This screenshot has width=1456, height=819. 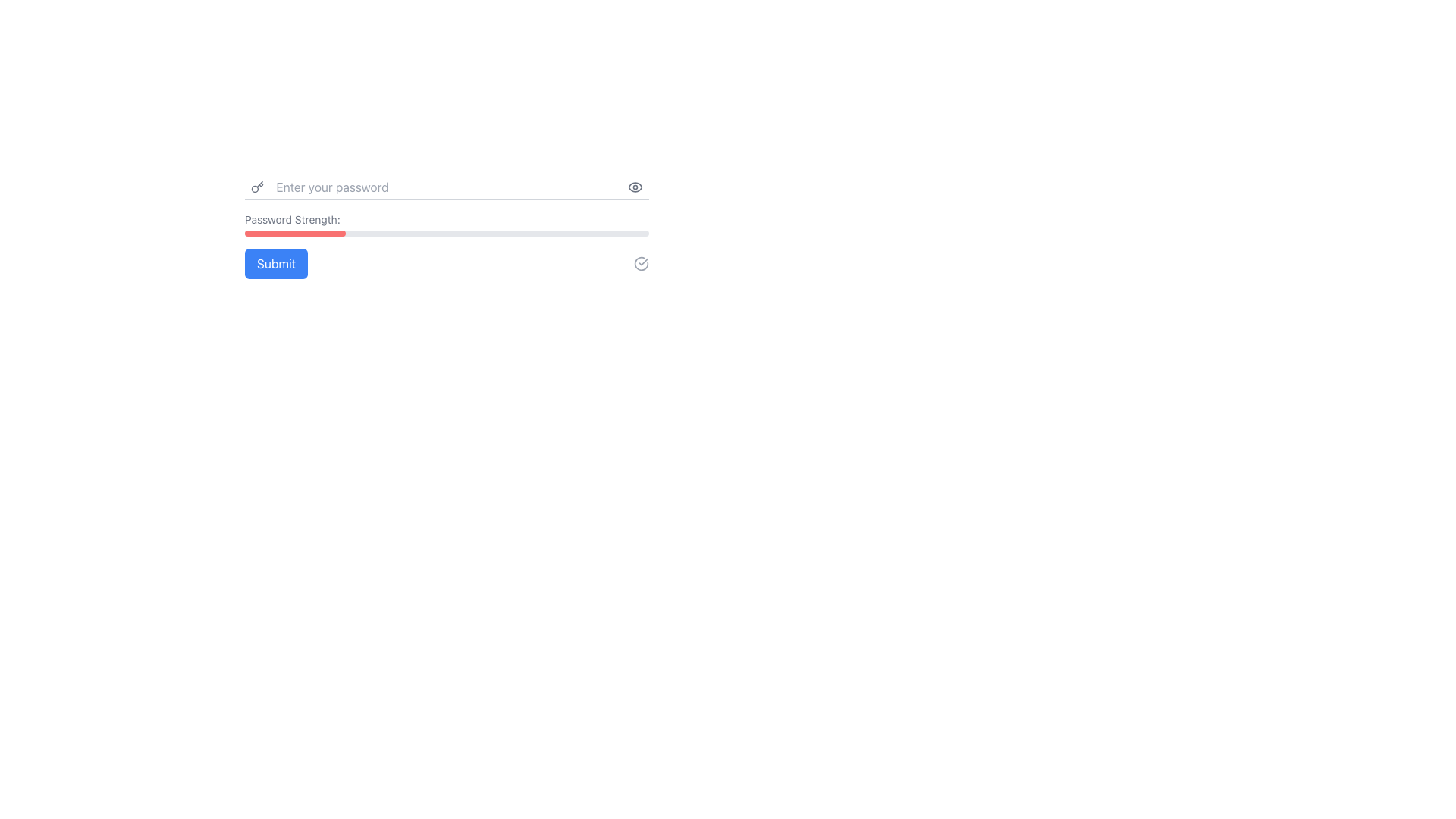 What do you see at coordinates (635, 186) in the screenshot?
I see `the interactive eye icon for toggling password visibility` at bounding box center [635, 186].